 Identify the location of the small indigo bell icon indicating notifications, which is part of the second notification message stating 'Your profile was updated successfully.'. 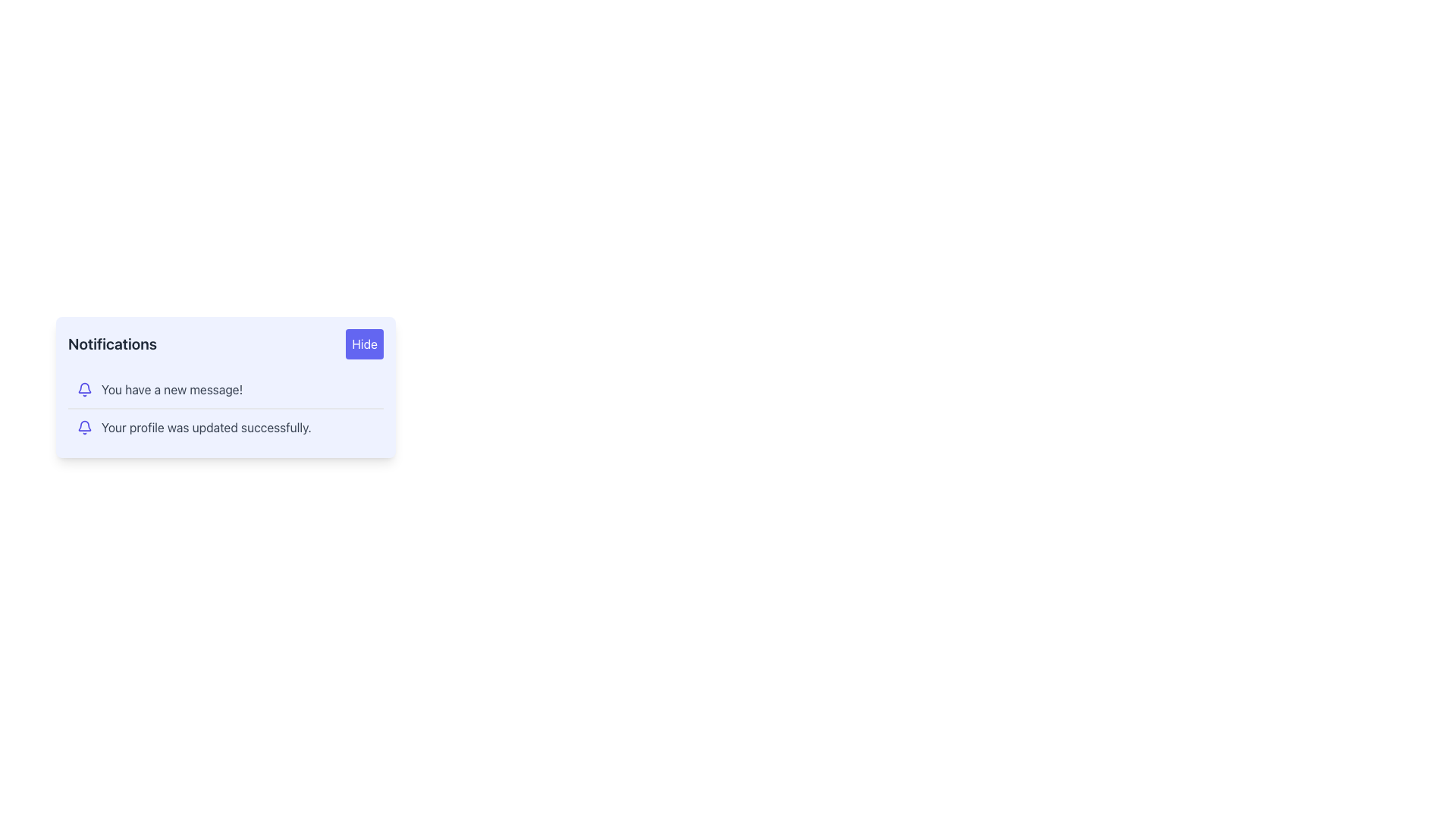
(83, 427).